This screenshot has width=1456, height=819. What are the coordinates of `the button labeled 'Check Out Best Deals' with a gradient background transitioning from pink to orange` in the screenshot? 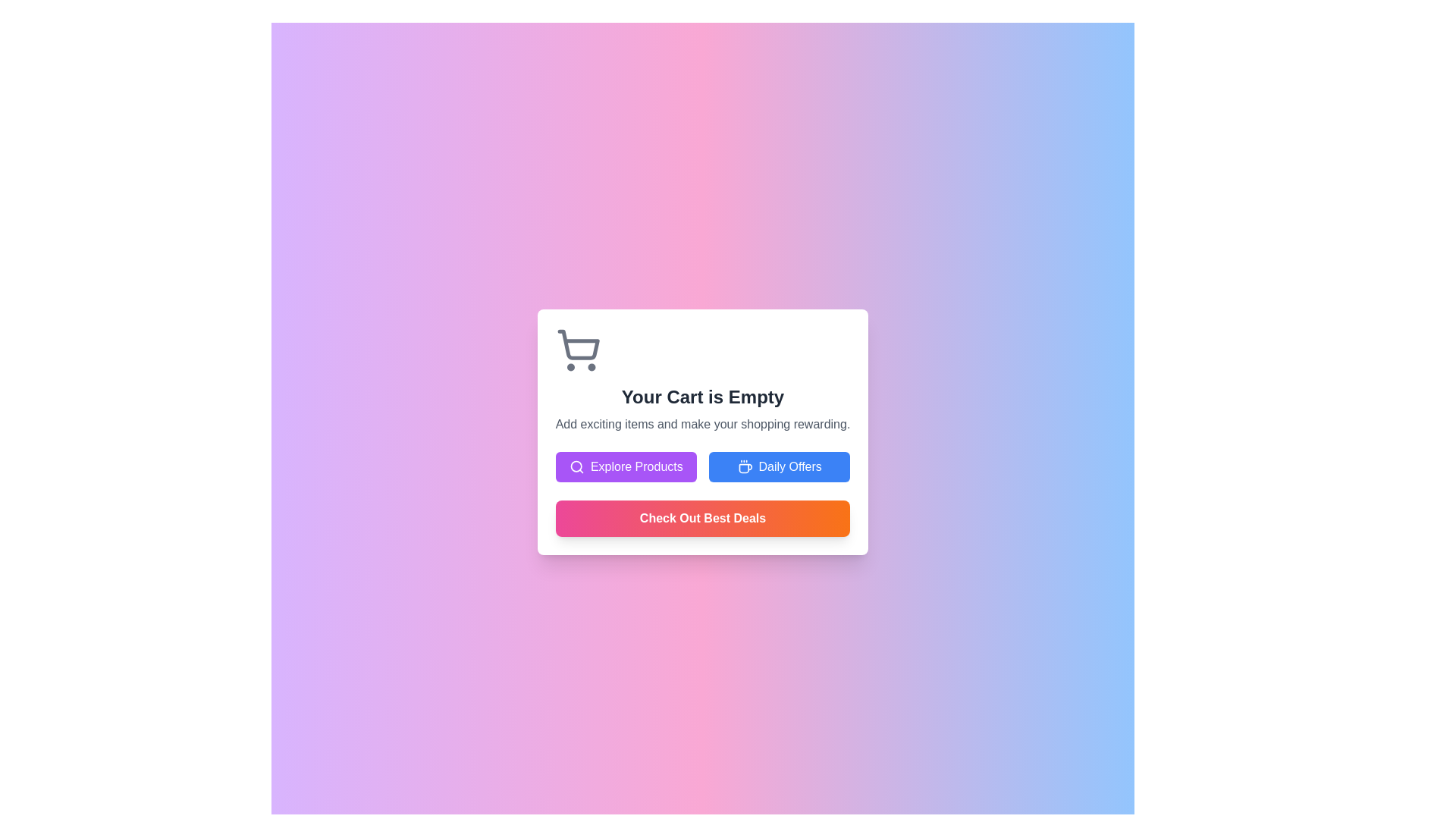 It's located at (701, 517).